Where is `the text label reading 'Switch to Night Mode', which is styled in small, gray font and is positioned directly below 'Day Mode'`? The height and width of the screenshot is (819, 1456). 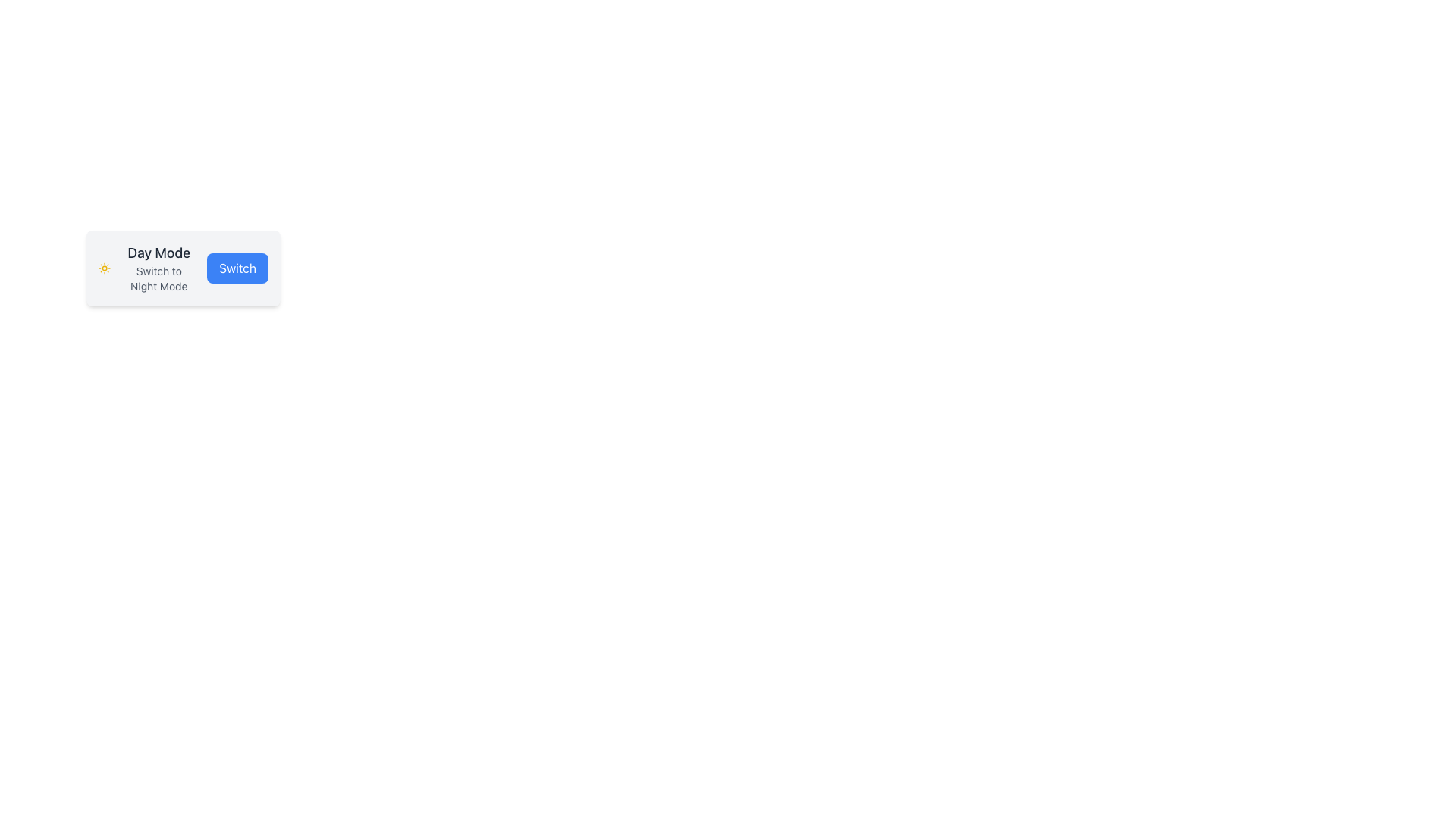 the text label reading 'Switch to Night Mode', which is styled in small, gray font and is positioned directly below 'Day Mode' is located at coordinates (158, 278).